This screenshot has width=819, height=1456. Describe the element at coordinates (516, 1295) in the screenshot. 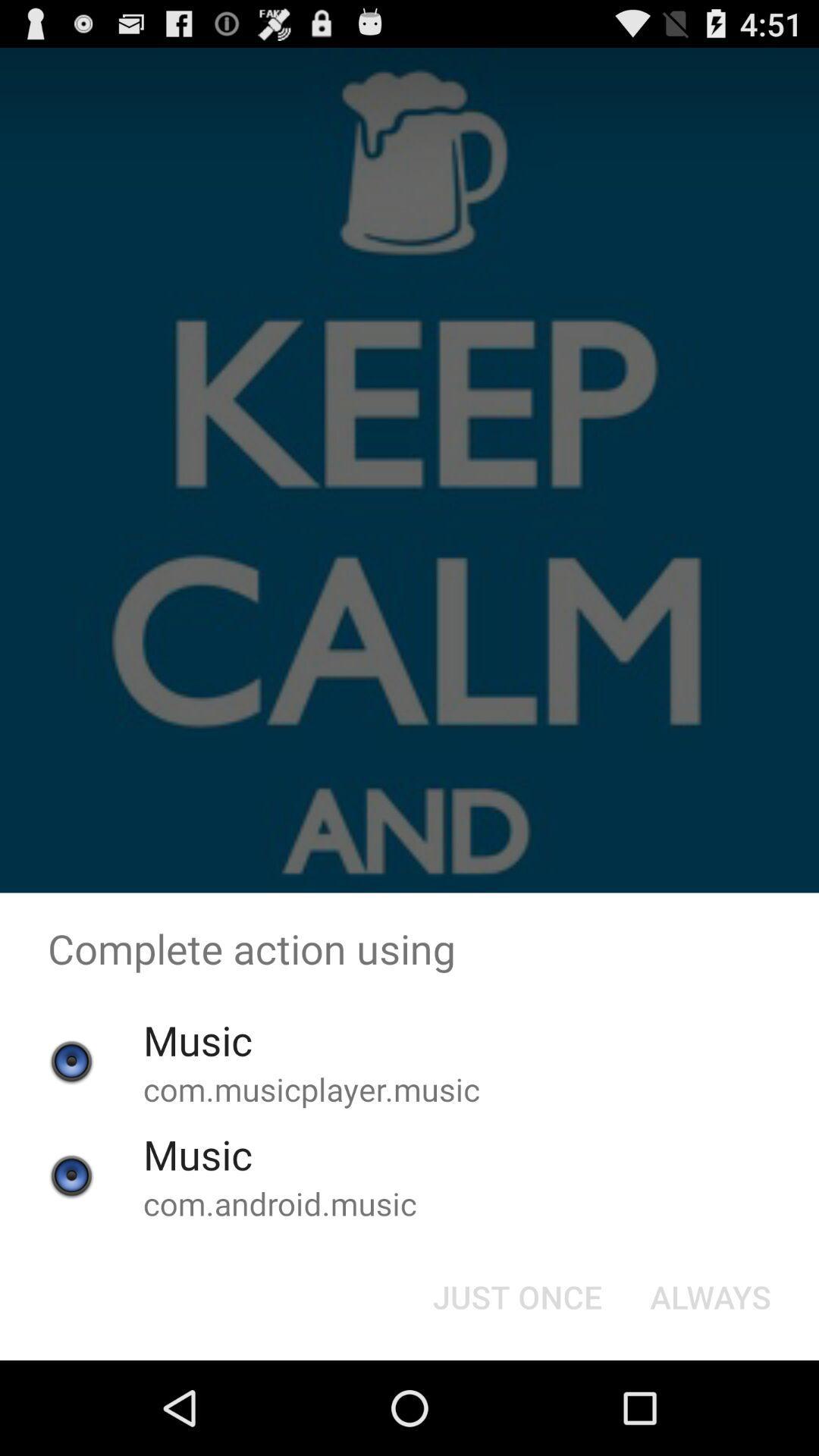

I see `the just once item` at that location.